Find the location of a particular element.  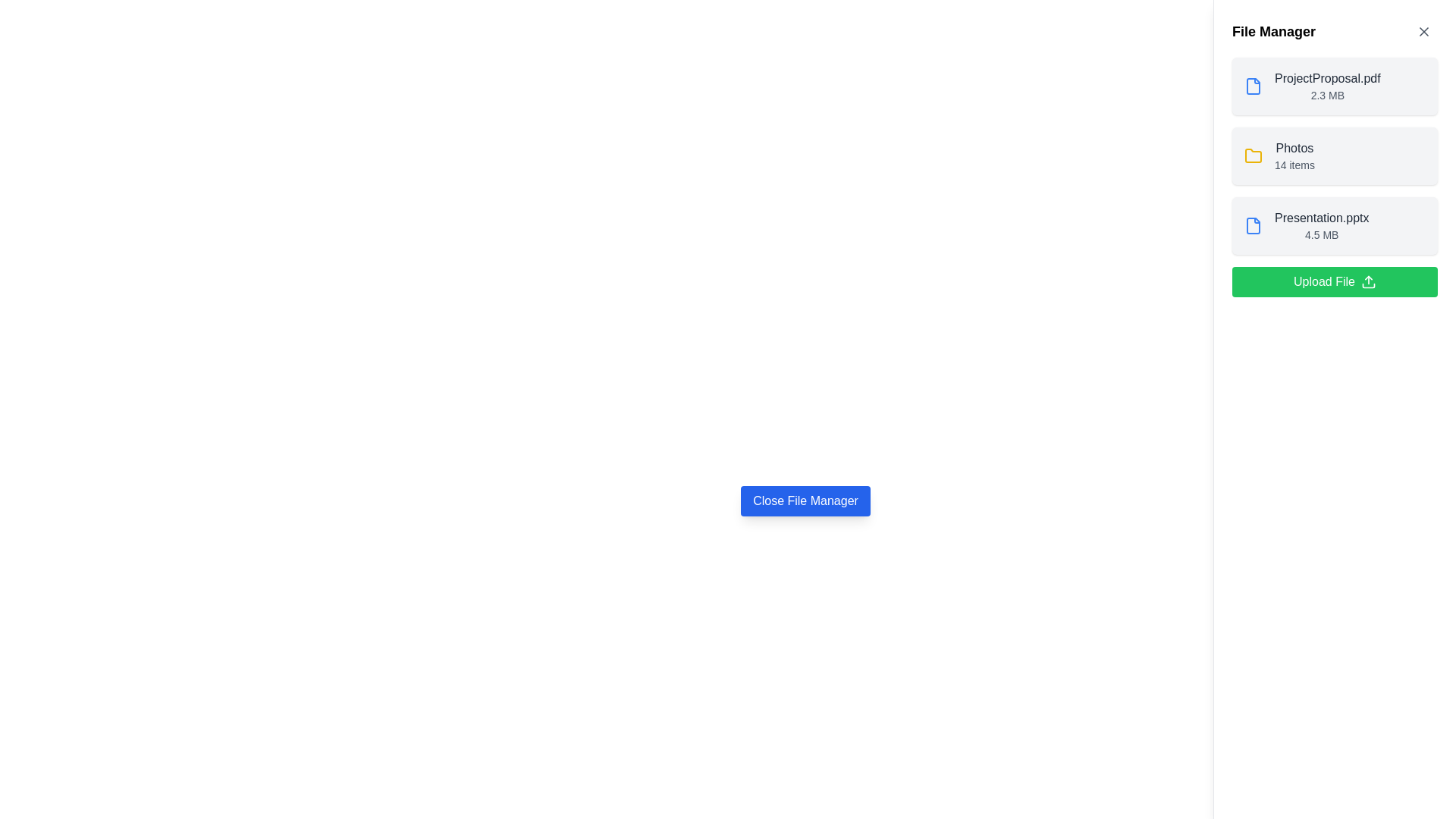

the text label indicating the 'Photos' folder, which describes the folder's content and is located in the second row of the list on the right-hand sidebar of the 'File Manager' interface is located at coordinates (1294, 155).